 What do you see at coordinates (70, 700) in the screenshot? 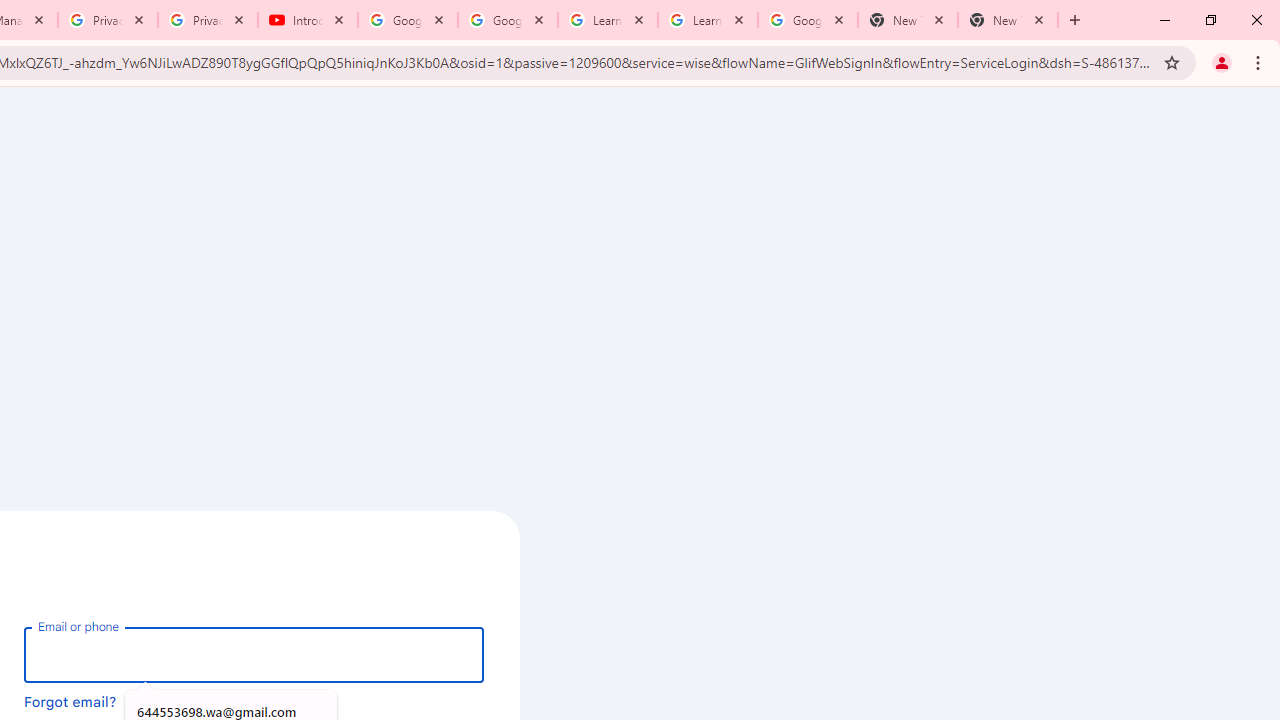
I see `'Forgot email?'` at bounding box center [70, 700].